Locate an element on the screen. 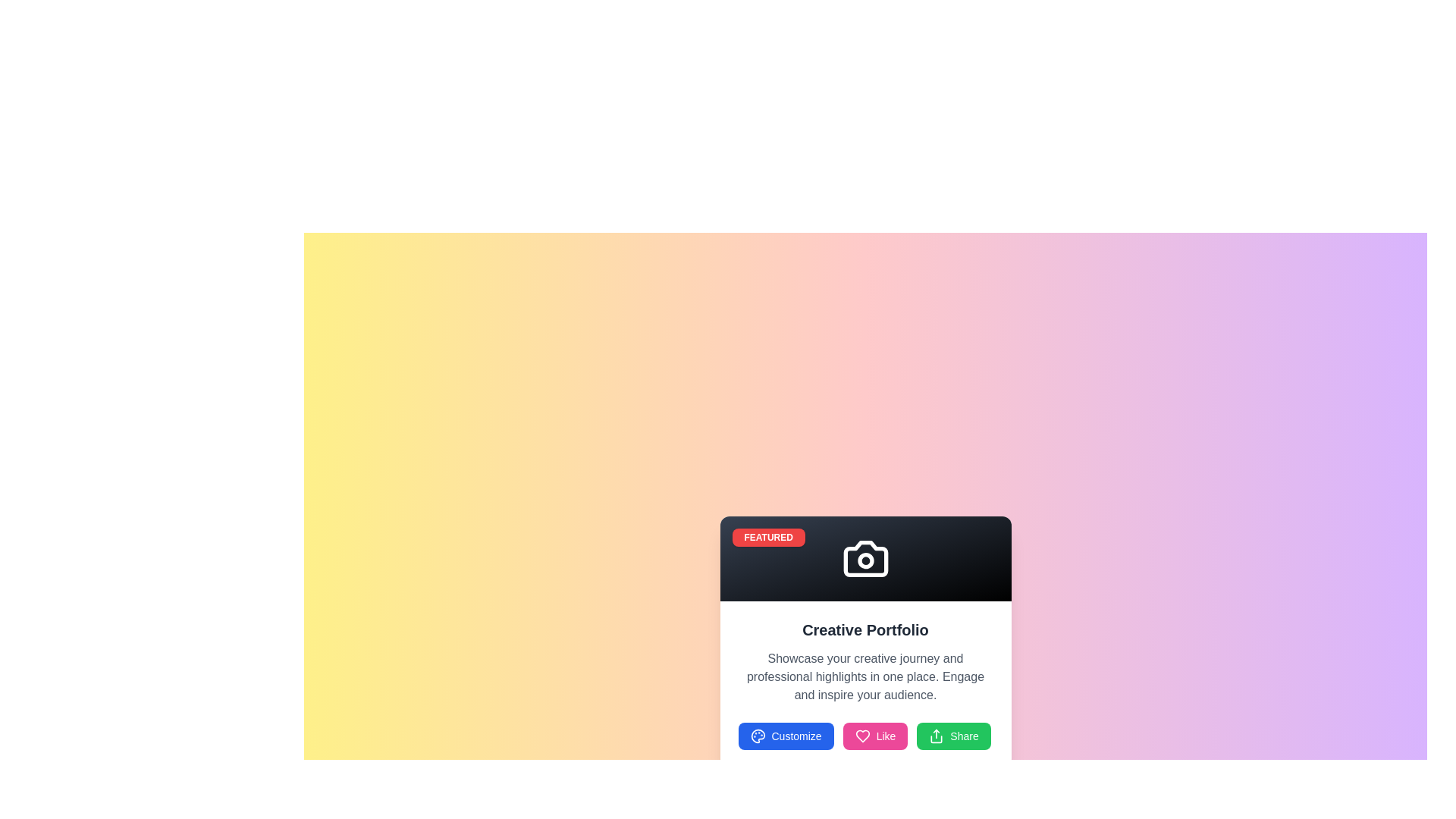  the green 'Share' button with rounded corners located at the bottom of the card UI component to share content is located at coordinates (952, 736).